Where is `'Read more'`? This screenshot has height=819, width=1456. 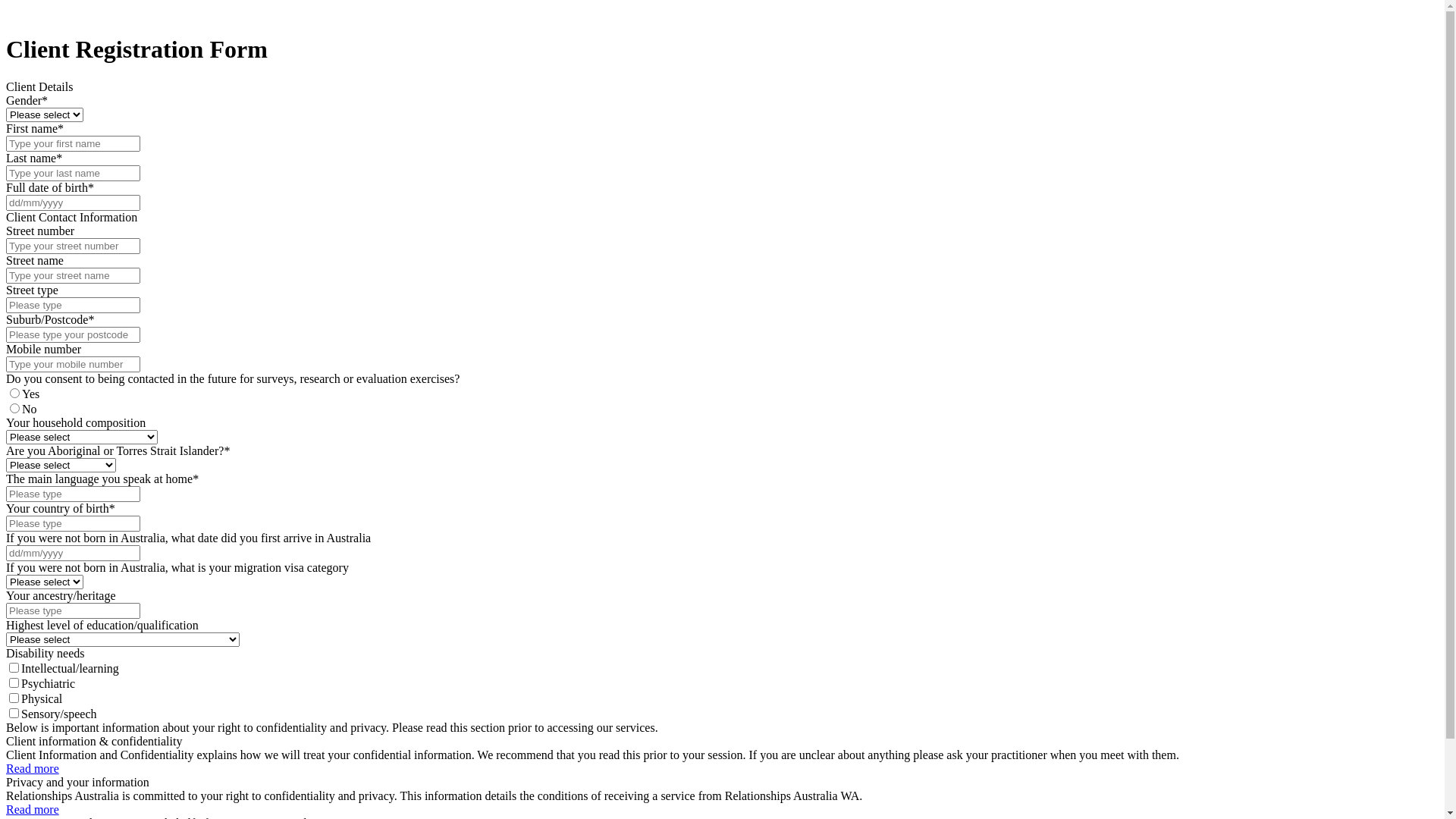 'Read more' is located at coordinates (33, 768).